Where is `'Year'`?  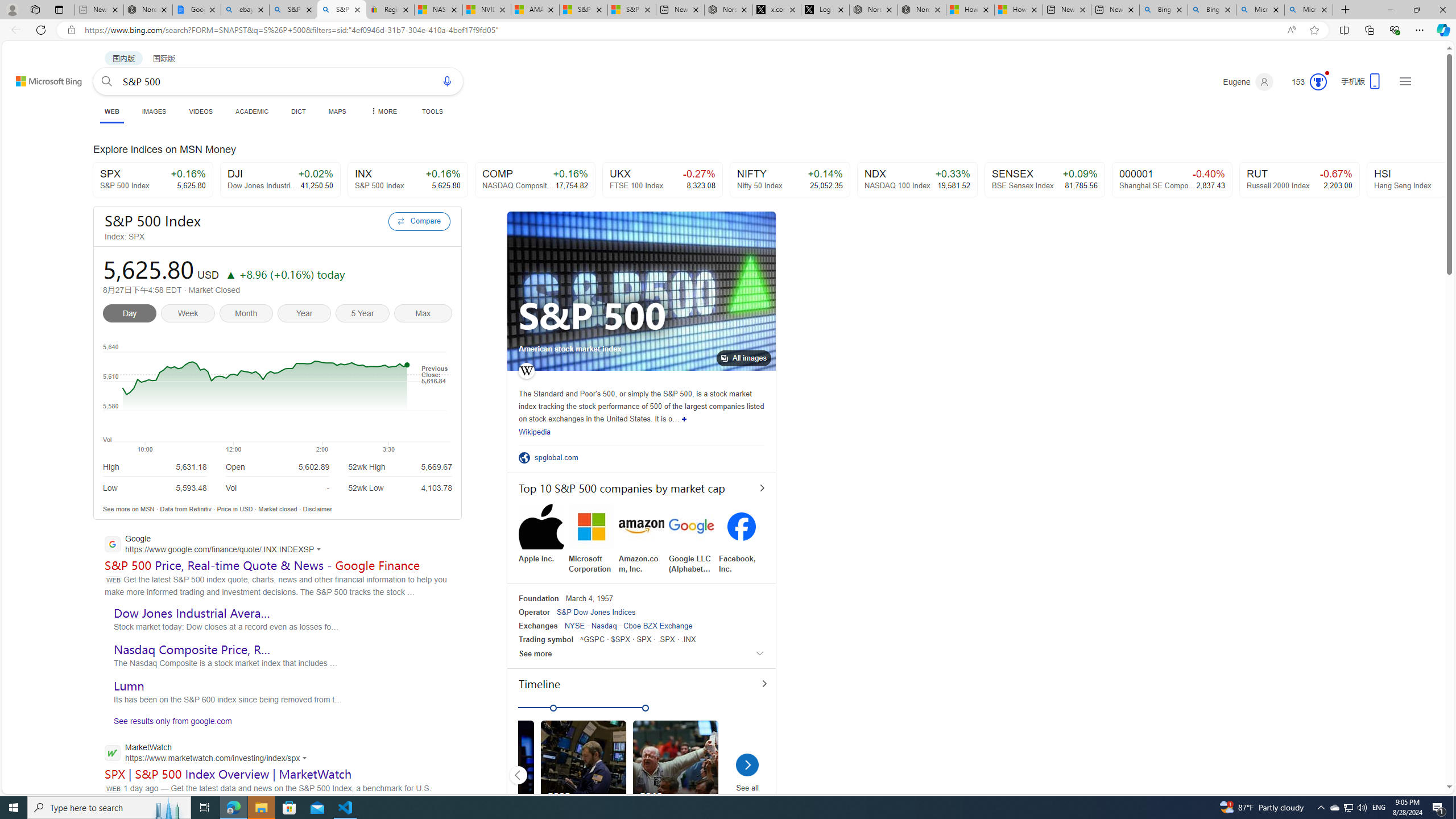
'Year' is located at coordinates (306, 314).